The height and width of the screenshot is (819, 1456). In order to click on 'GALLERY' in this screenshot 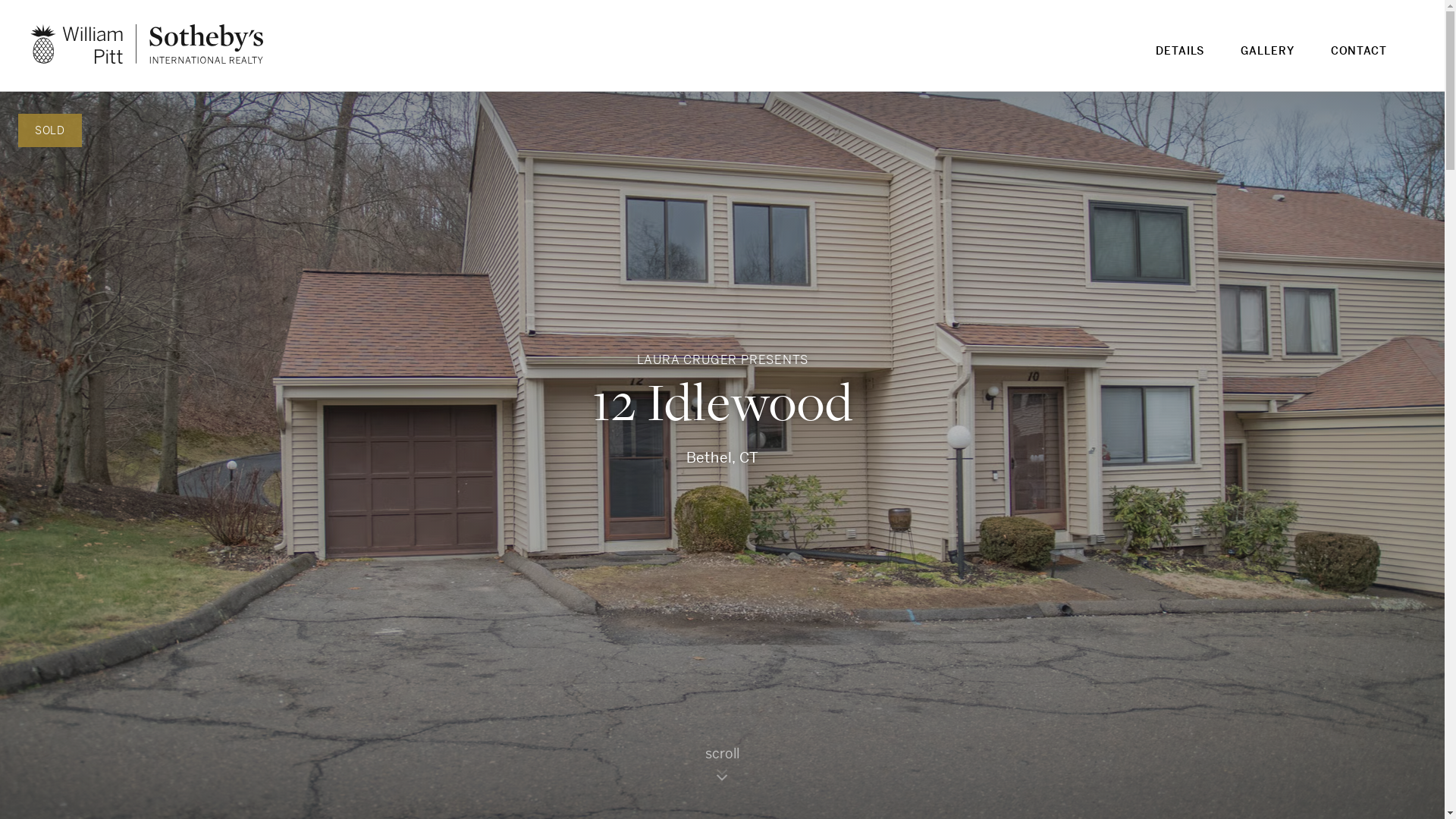, I will do `click(1266, 59)`.